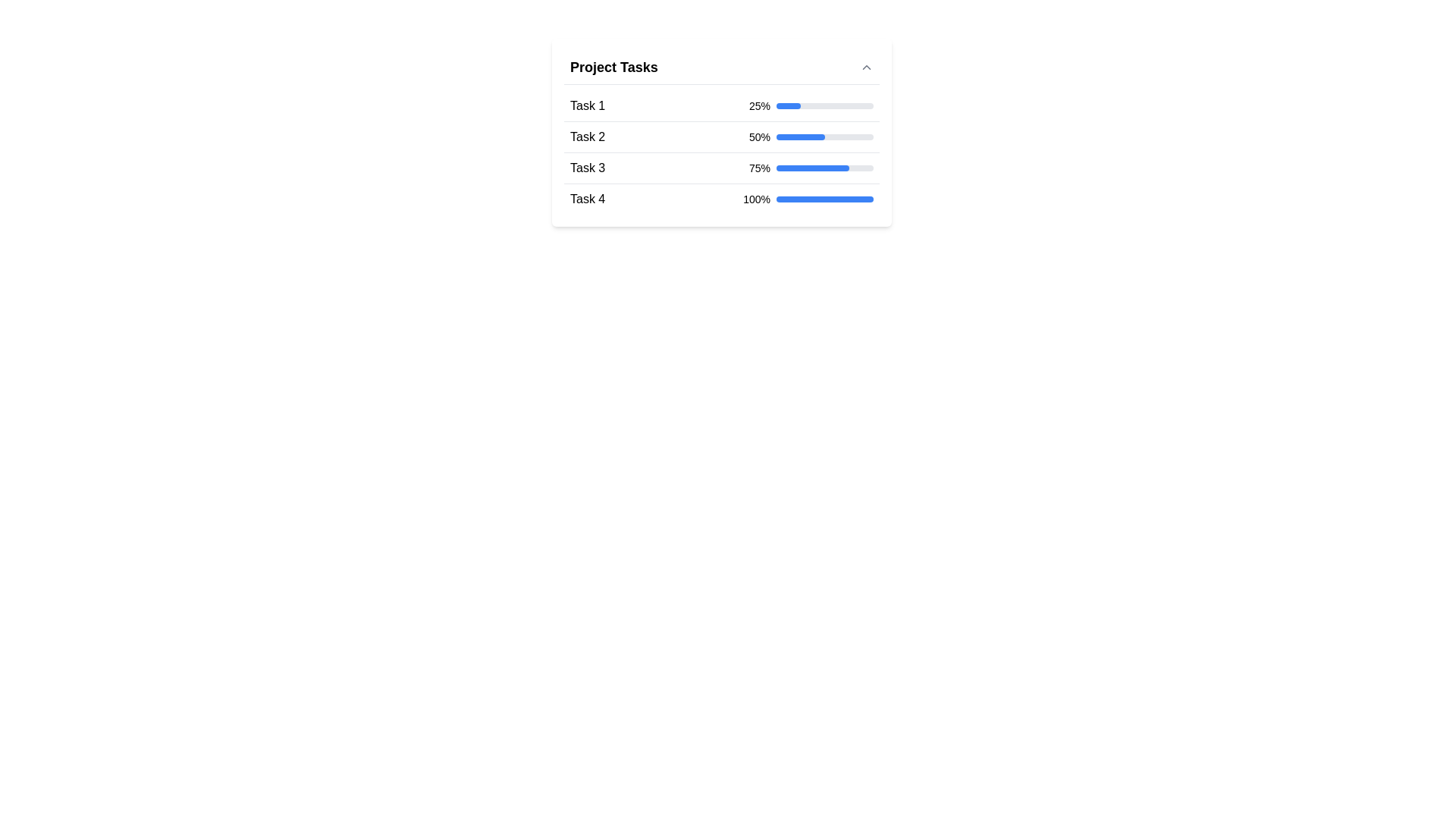 The width and height of the screenshot is (1456, 819). Describe the element at coordinates (808, 198) in the screenshot. I see `the progress bar information` at that location.